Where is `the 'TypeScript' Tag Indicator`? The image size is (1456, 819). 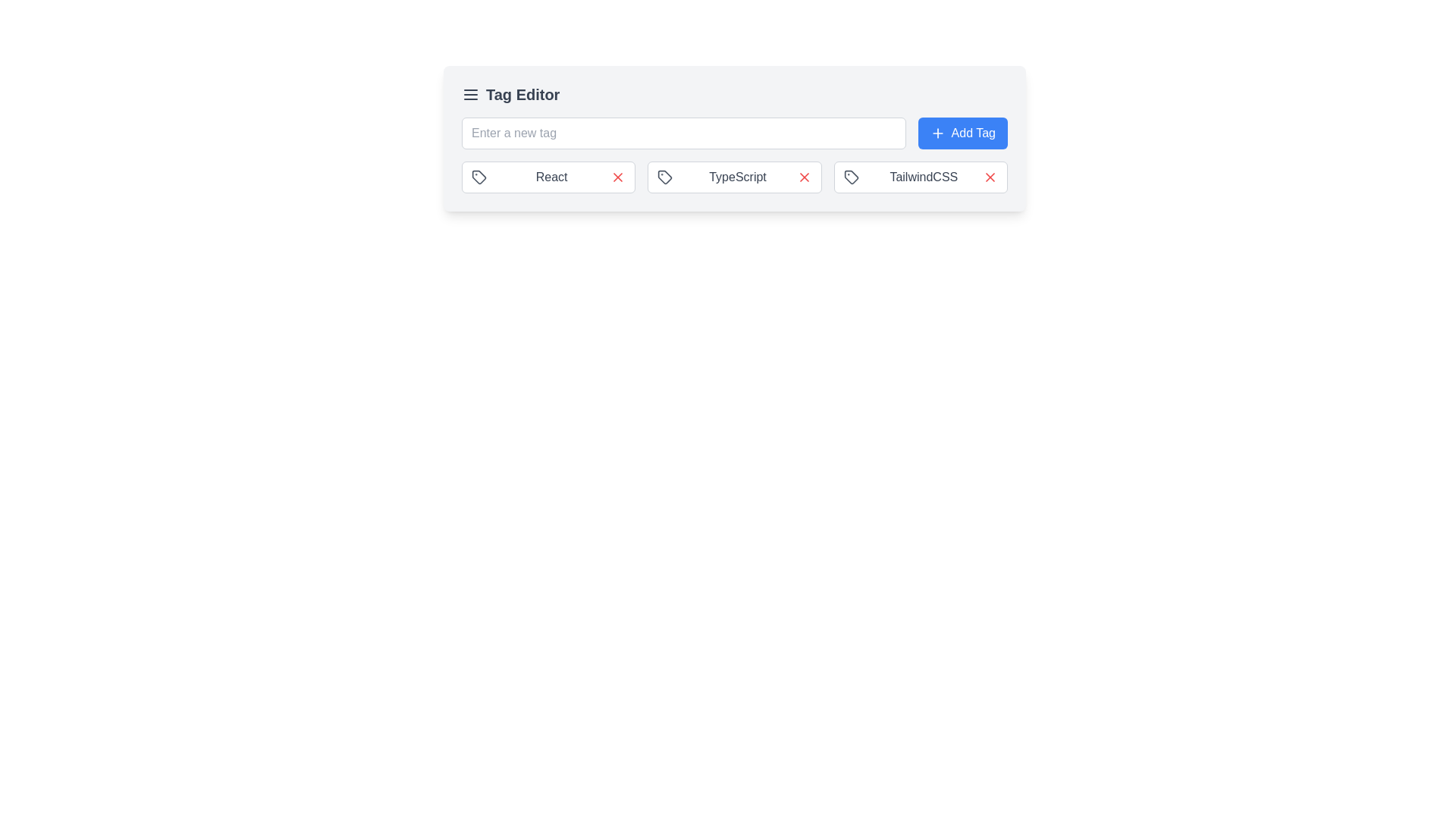 the 'TypeScript' Tag Indicator is located at coordinates (735, 177).